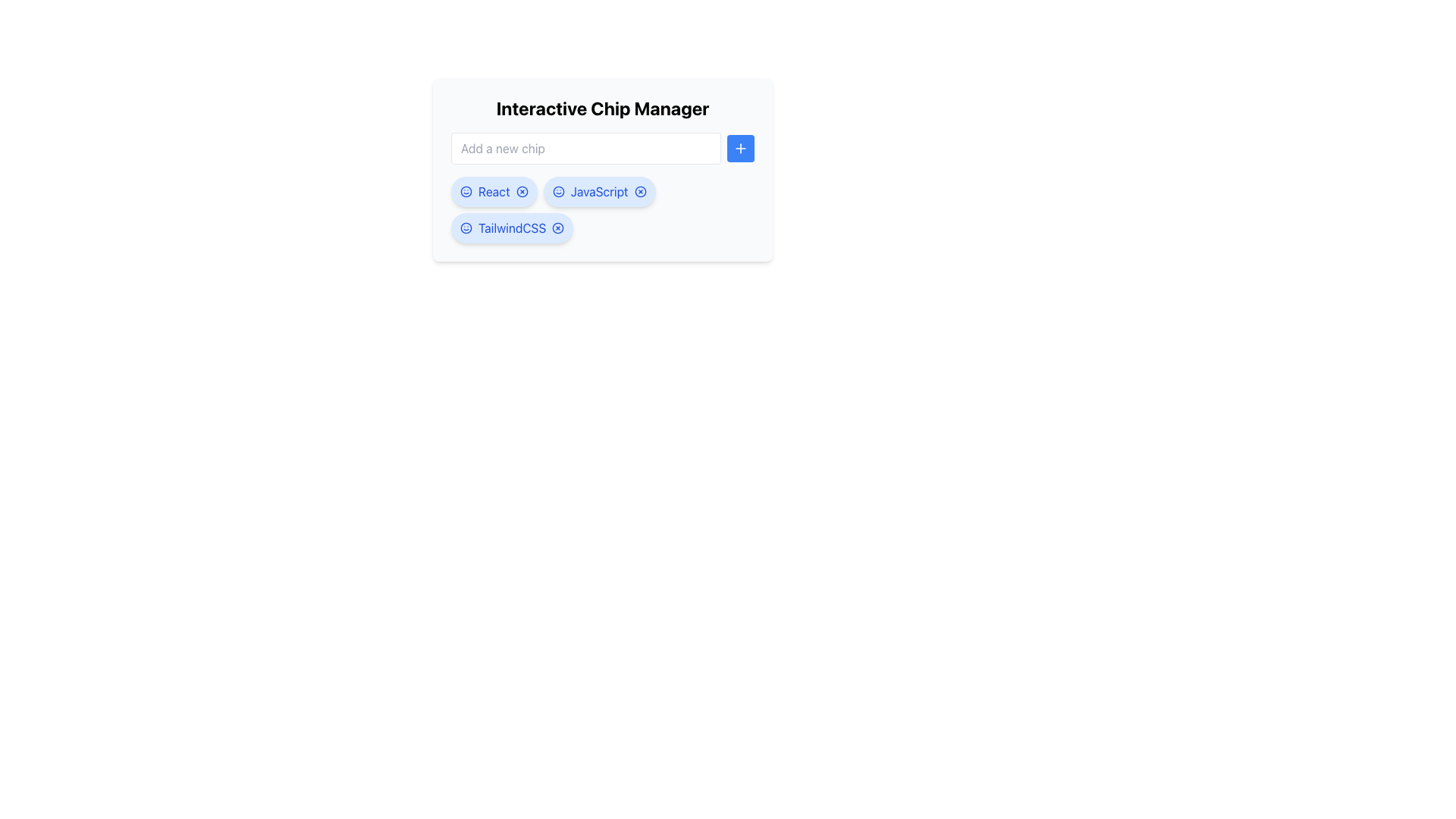  What do you see at coordinates (522, 191) in the screenshot?
I see `the circular outline icon with an 'X' at its center, located to the right of the 'React' chip` at bounding box center [522, 191].